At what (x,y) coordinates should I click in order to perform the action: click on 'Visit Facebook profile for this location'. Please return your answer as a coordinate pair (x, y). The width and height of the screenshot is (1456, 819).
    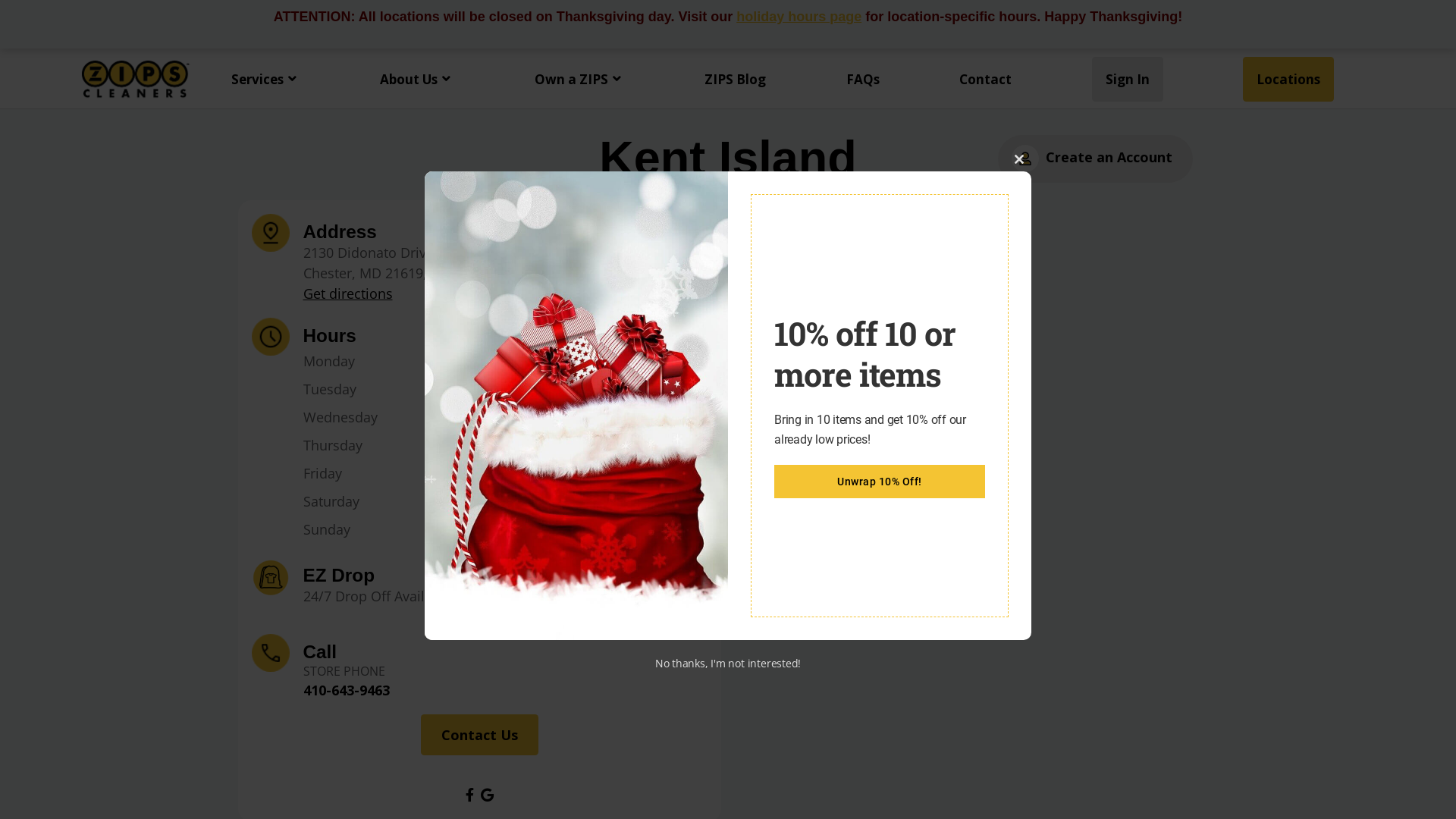
    Looking at the image, I should click on (469, 794).